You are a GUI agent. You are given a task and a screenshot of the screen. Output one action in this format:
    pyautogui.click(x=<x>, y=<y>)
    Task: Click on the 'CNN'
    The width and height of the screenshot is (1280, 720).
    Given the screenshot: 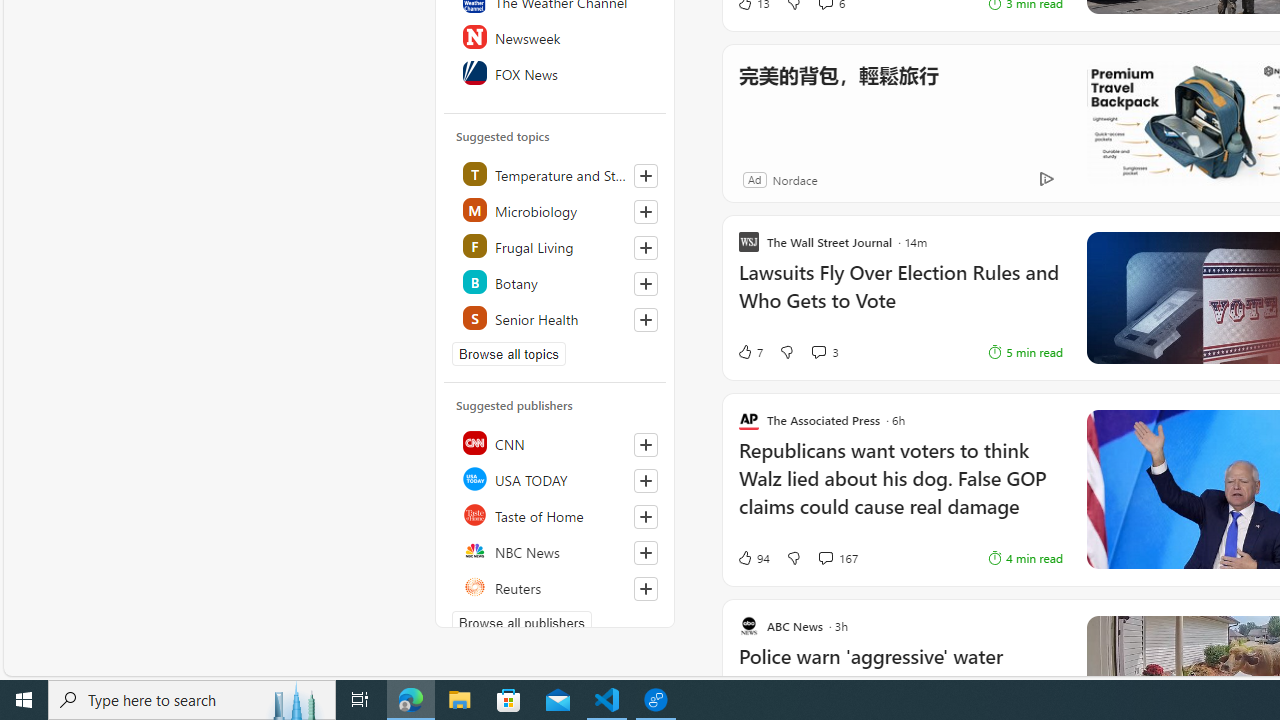 What is the action you would take?
    pyautogui.click(x=556, y=442)
    